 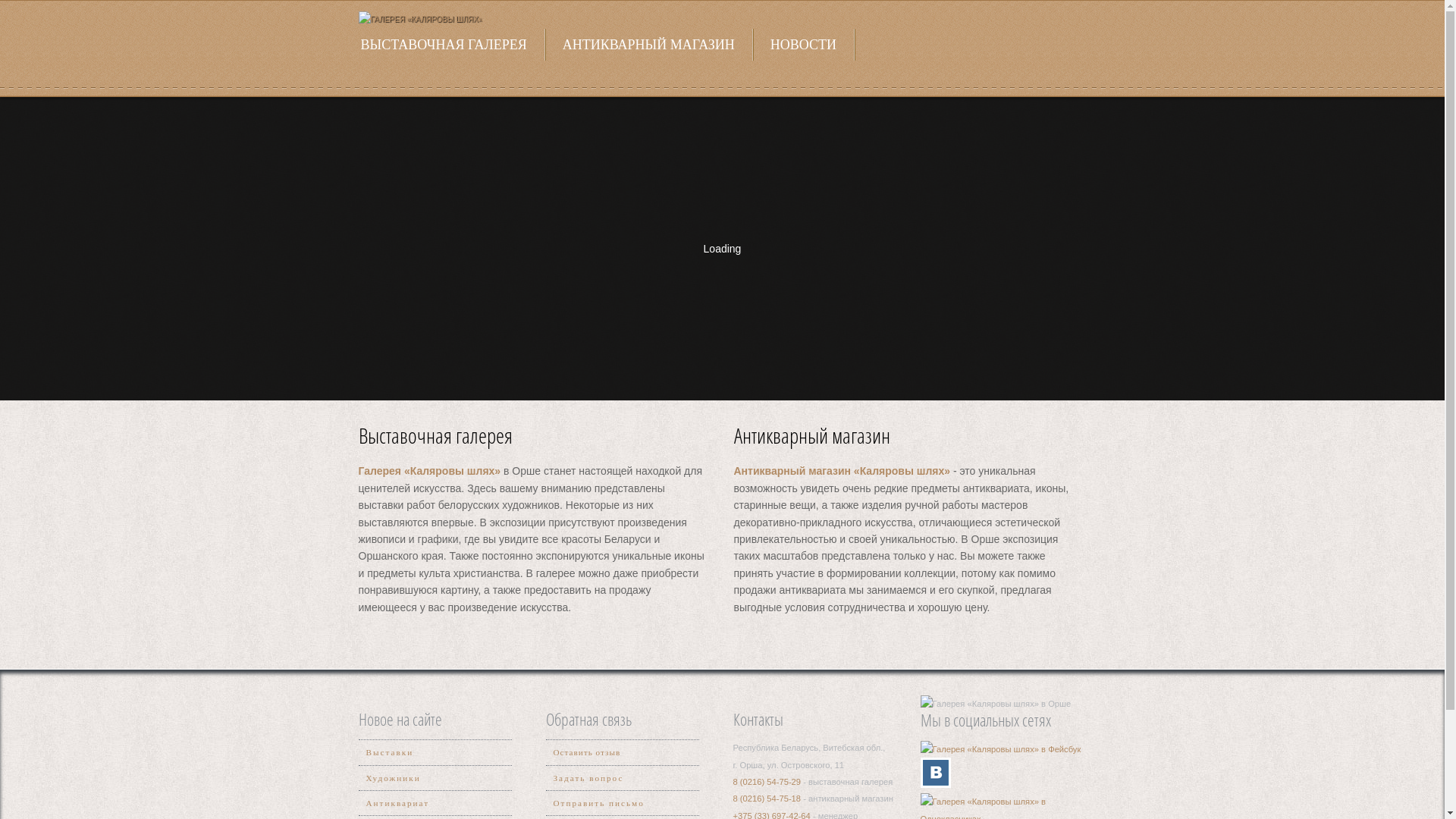 I want to click on '8 (0216) 54-75-18', so click(x=767, y=798).